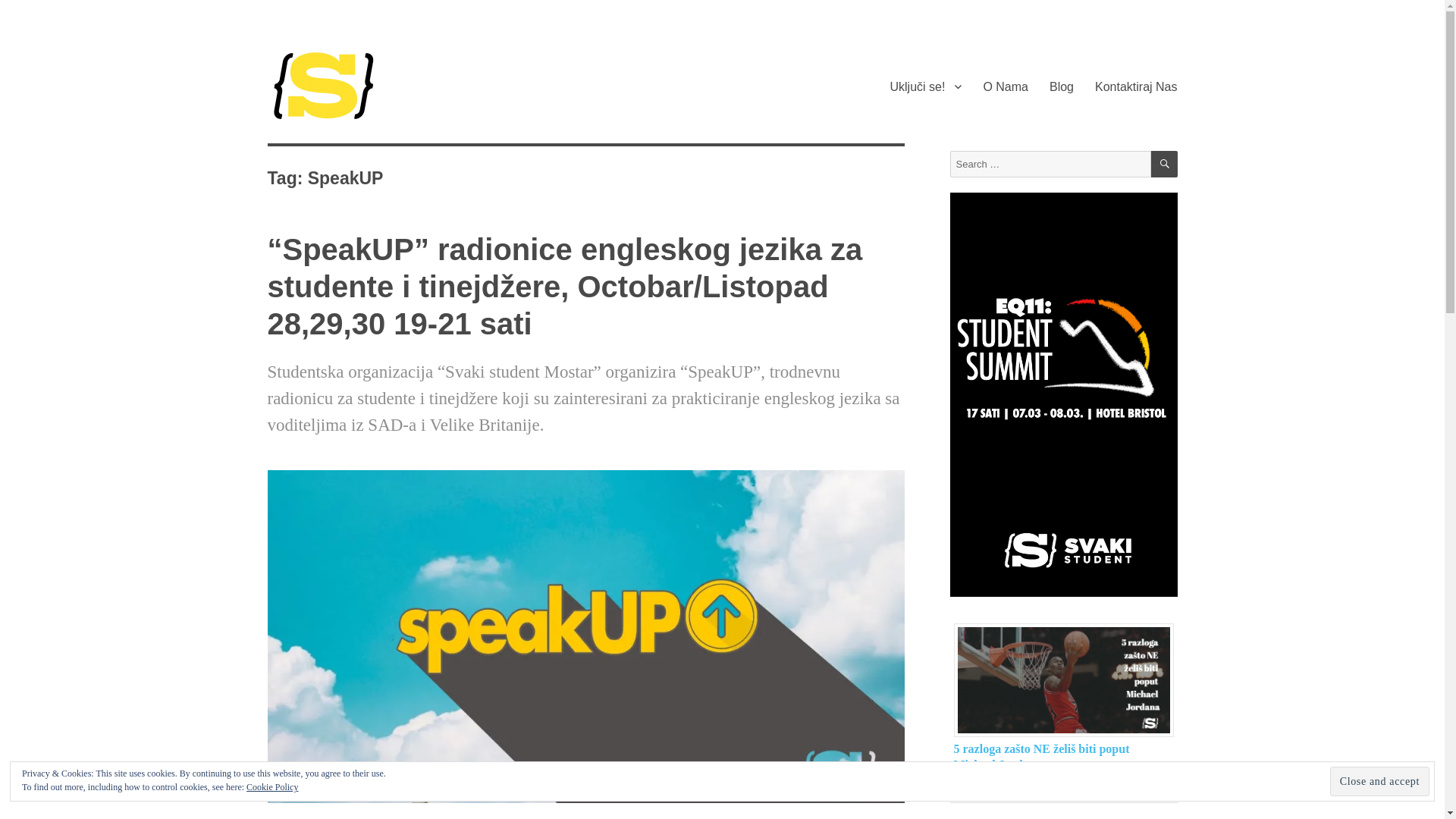 This screenshot has width=1456, height=819. I want to click on 'Kontaktiraj Nas', so click(1136, 86).